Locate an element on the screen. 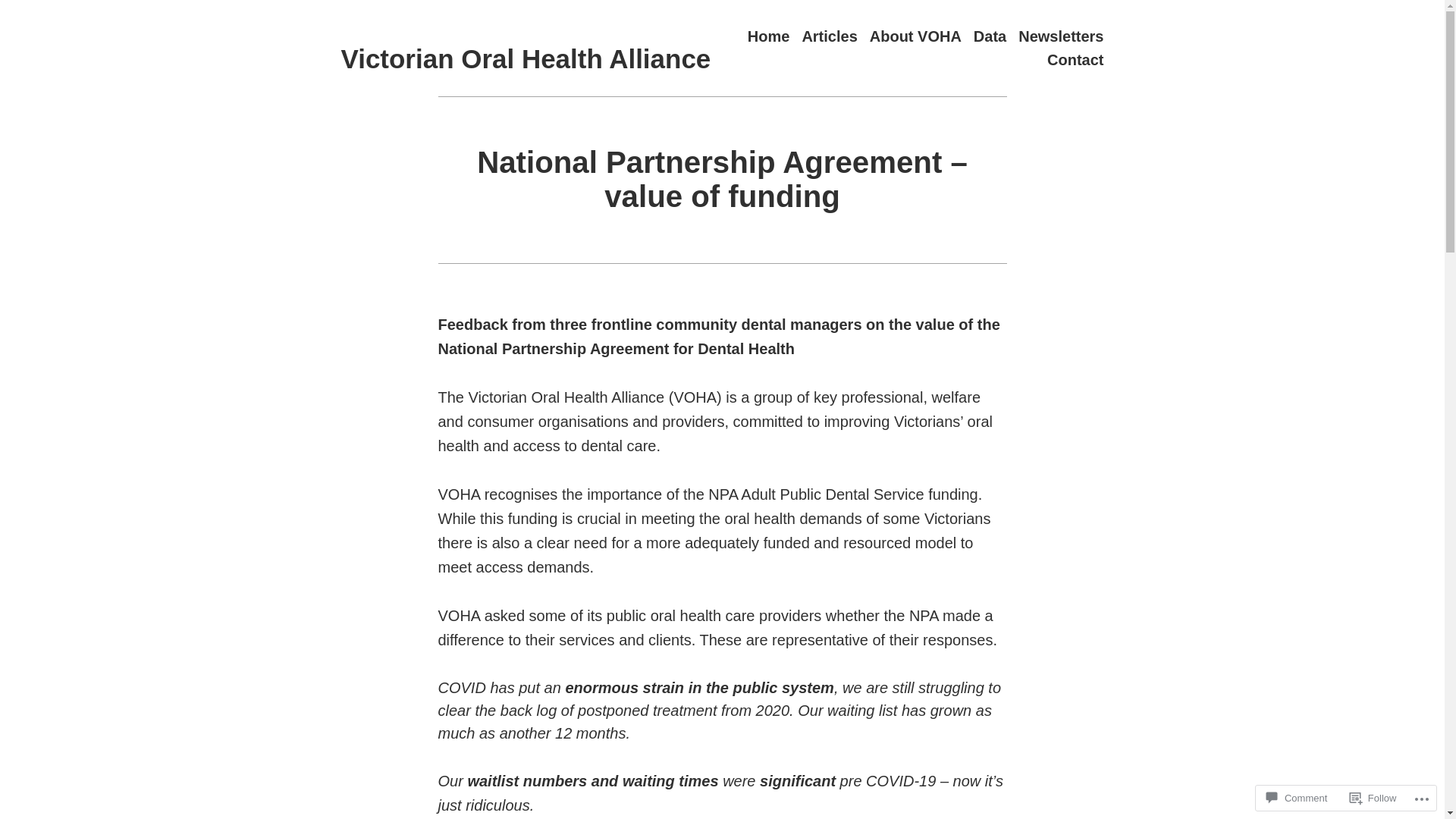  'Newsletters' is located at coordinates (1059, 35).